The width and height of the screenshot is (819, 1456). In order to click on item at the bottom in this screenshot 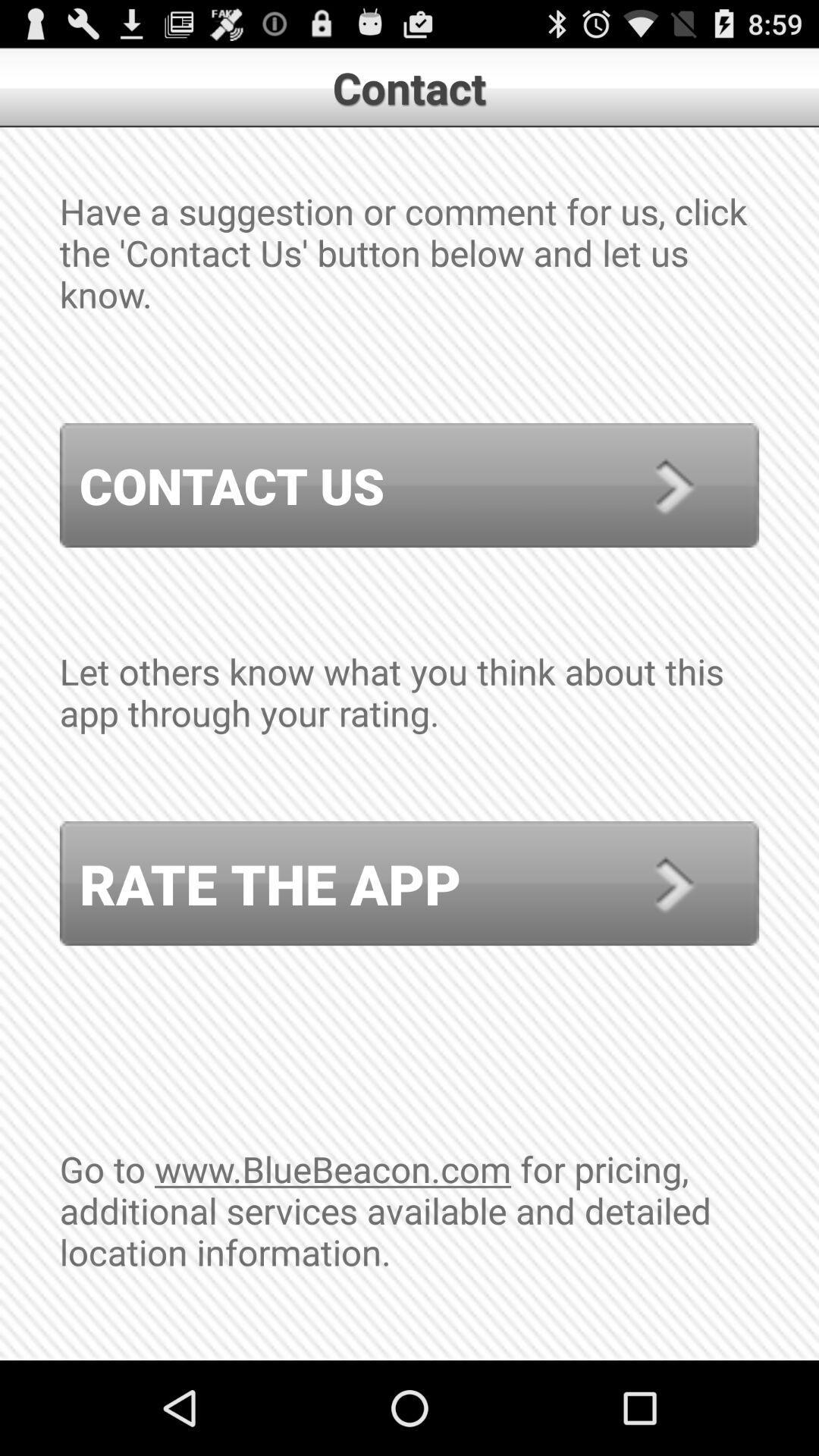, I will do `click(409, 1252)`.